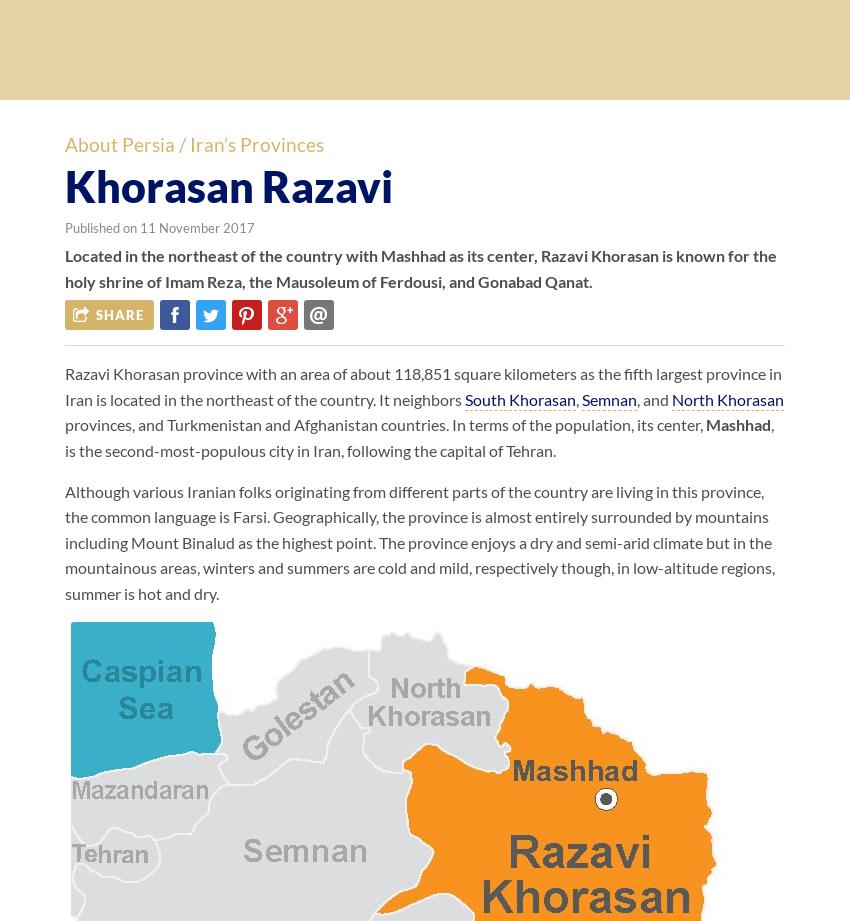  What do you see at coordinates (423, 385) in the screenshot?
I see `'Razavi Khorasan province with an area of about 118,851 square kilometers as the fifth largest province in Iran is located in the northeast of the country. It neighbors'` at bounding box center [423, 385].